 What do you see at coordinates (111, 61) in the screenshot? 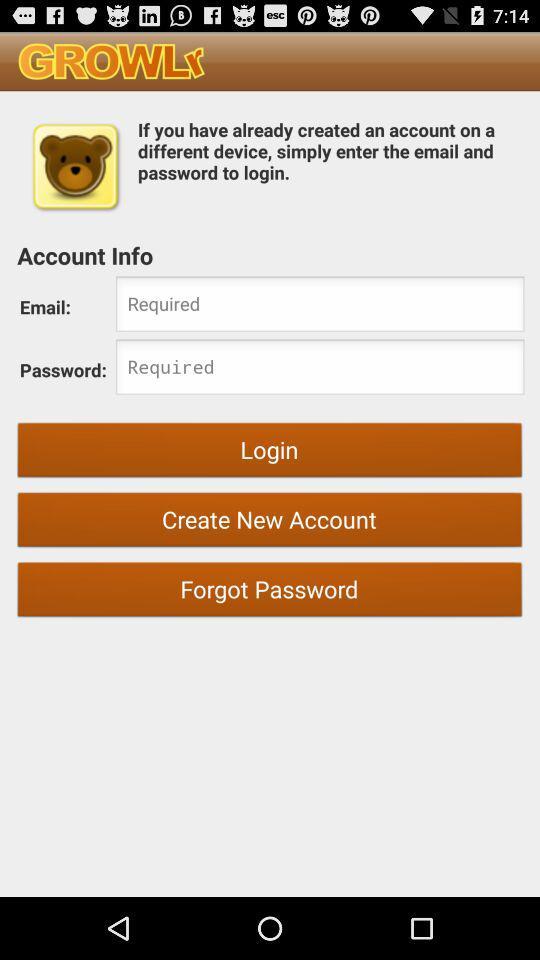
I see `the growlr in the top left corner` at bounding box center [111, 61].